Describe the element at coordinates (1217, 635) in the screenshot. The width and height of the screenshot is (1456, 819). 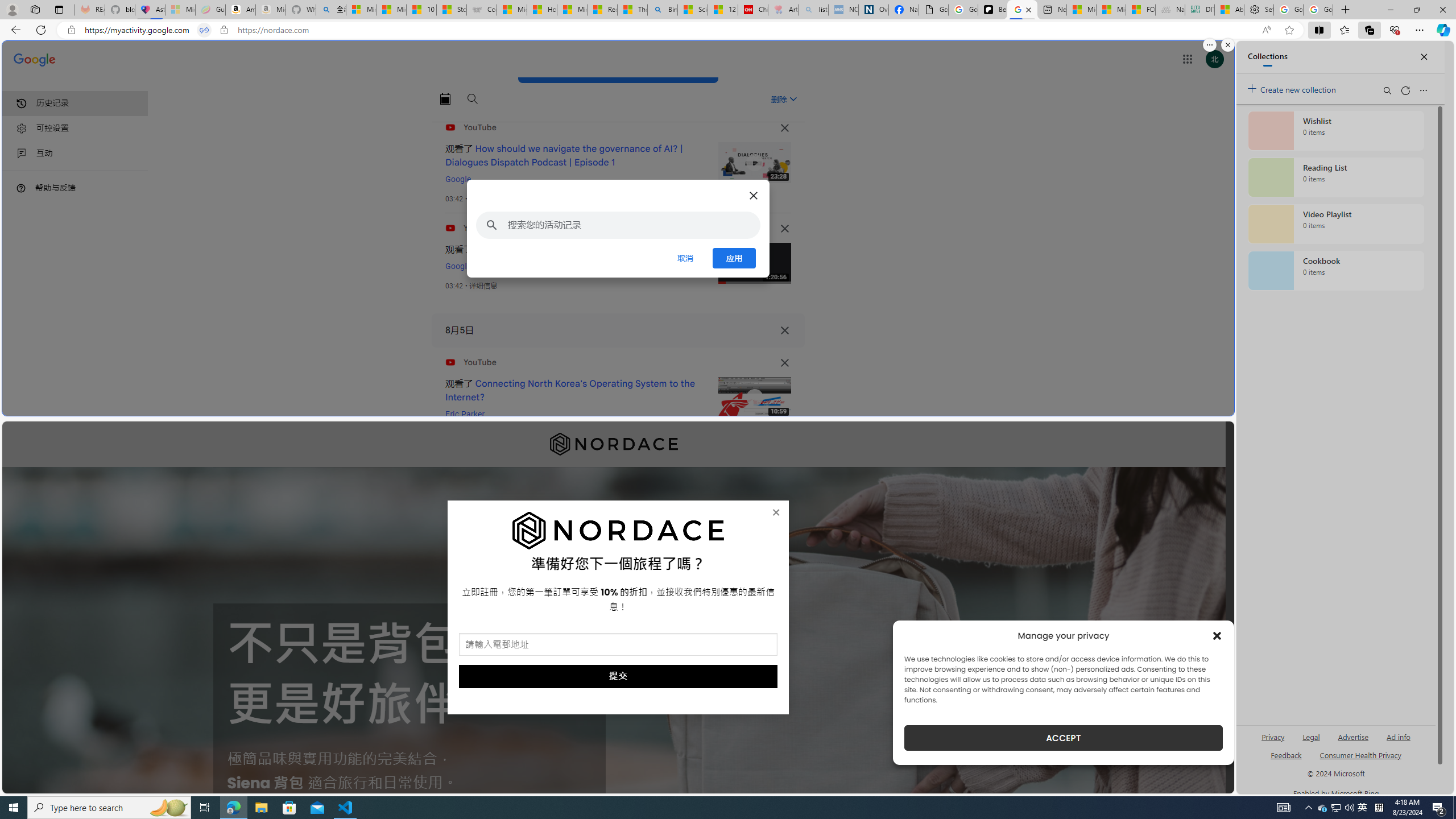
I see `'Class: cmplz-close'` at that location.